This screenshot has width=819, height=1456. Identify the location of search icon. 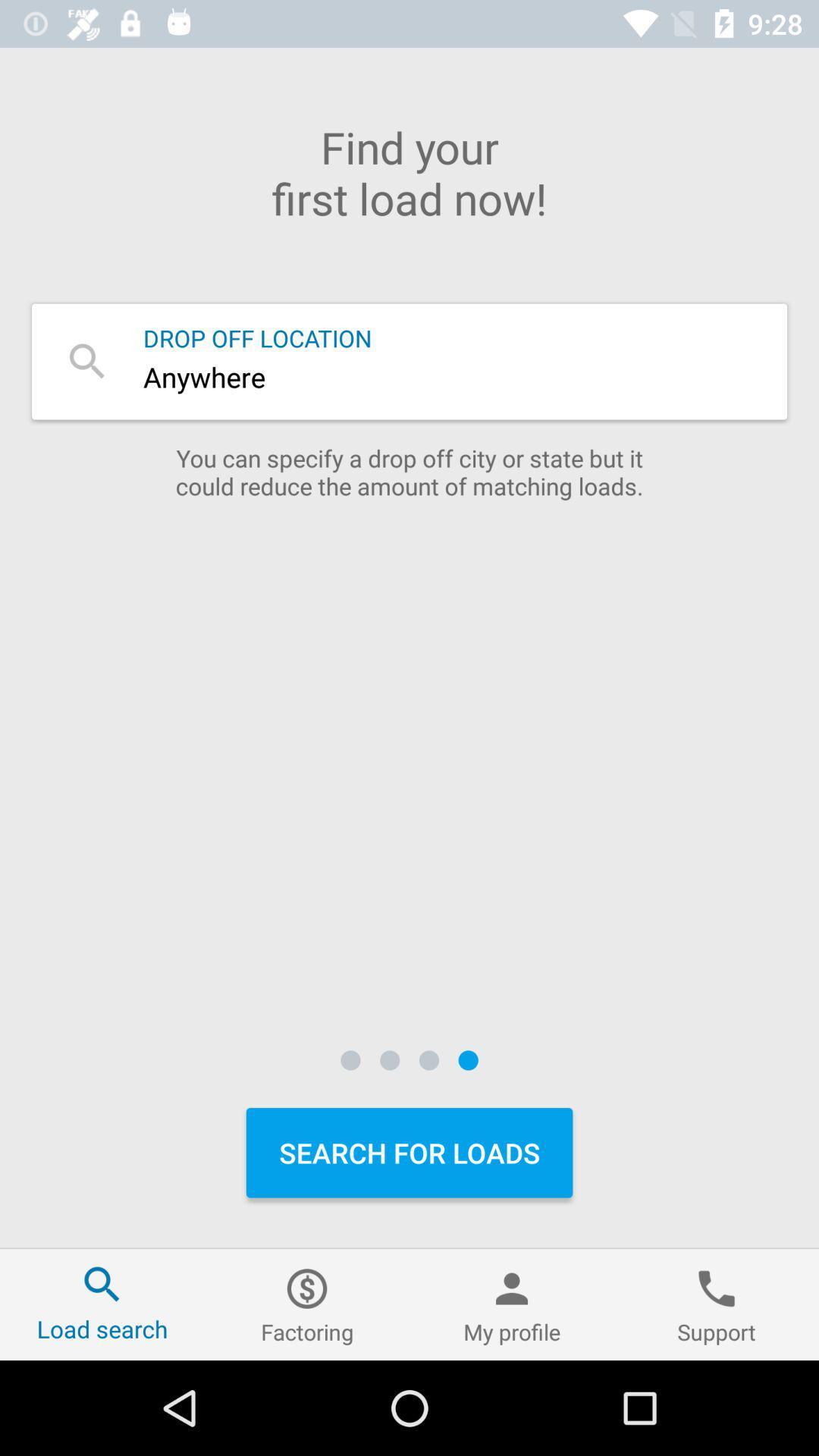
(87, 361).